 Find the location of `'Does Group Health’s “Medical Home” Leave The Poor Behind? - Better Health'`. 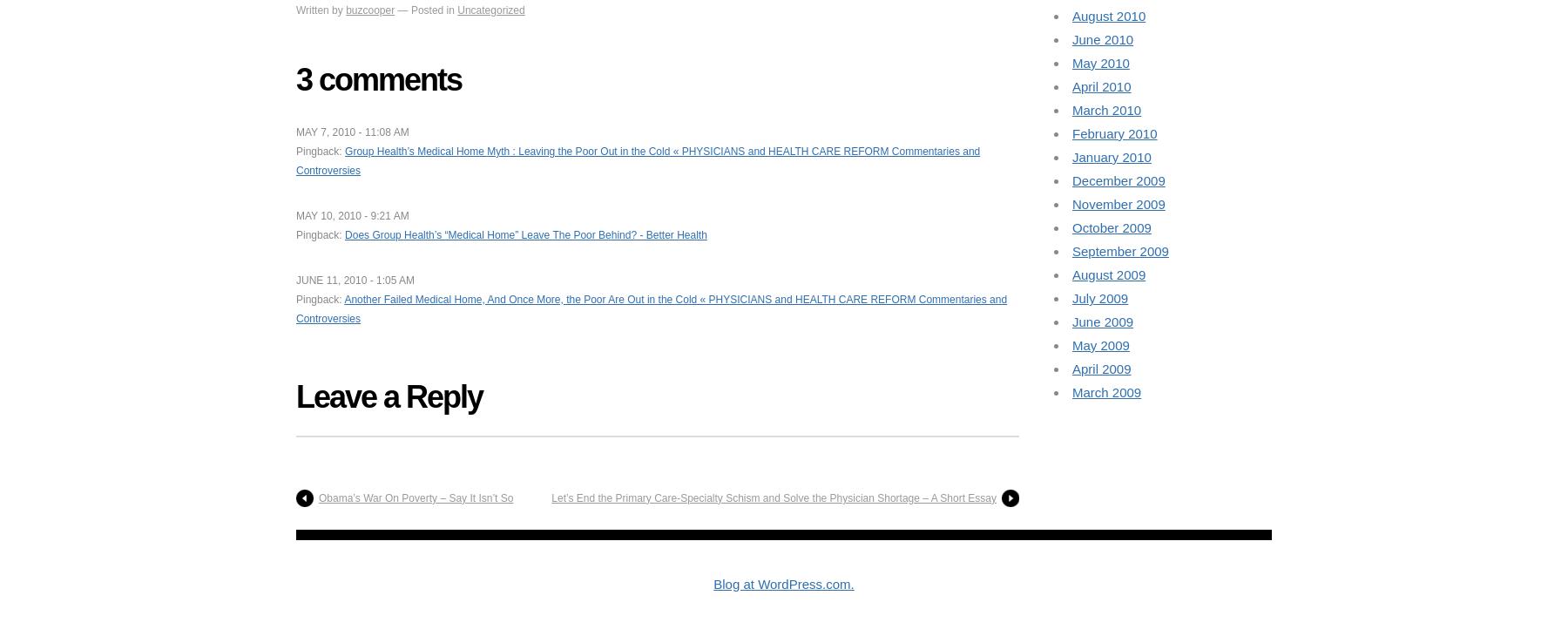

'Does Group Health’s “Medical Home” Leave The Poor Behind? - Better Health' is located at coordinates (345, 234).